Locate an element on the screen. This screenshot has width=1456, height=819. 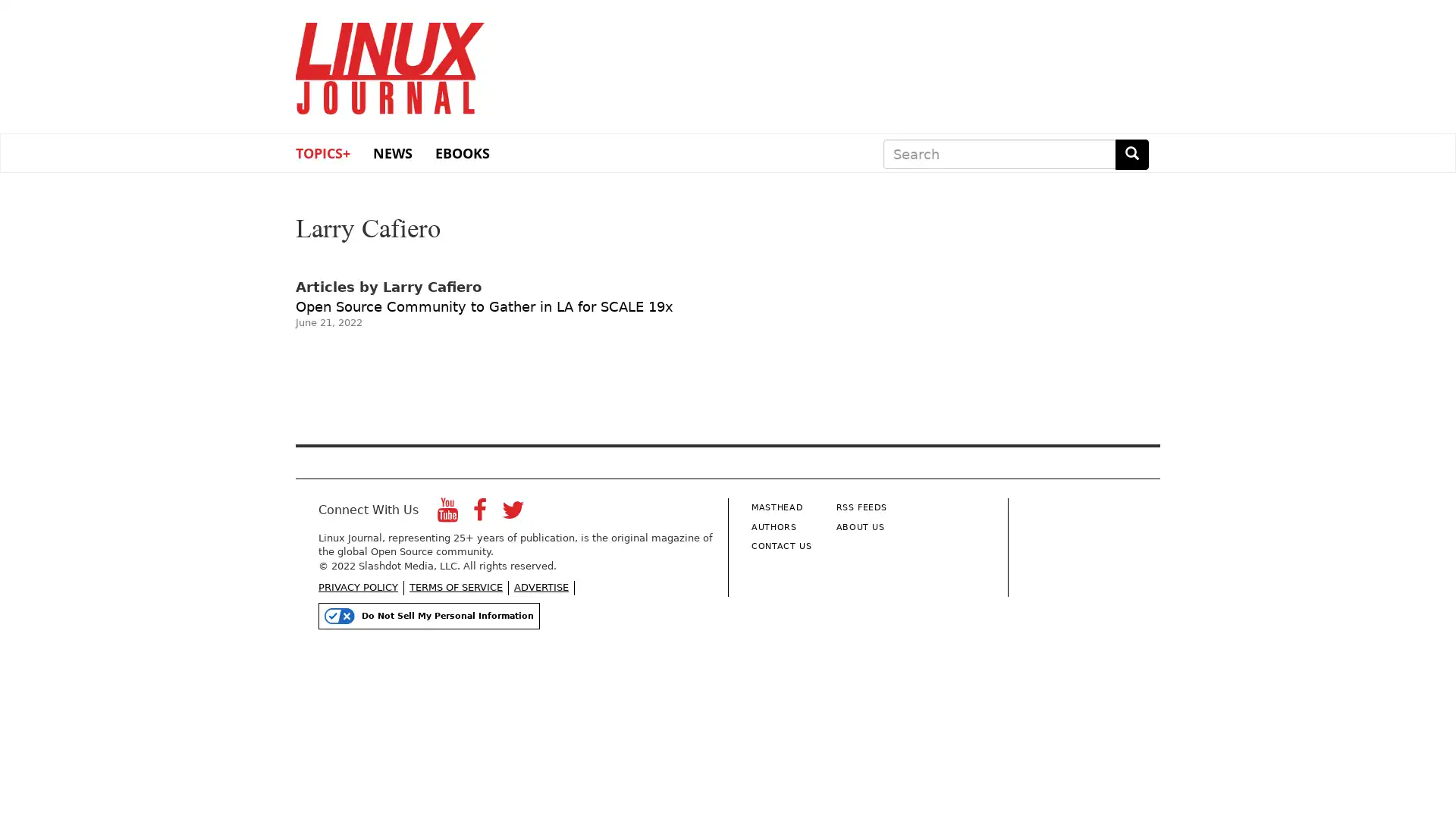
Search is located at coordinates (1131, 154).